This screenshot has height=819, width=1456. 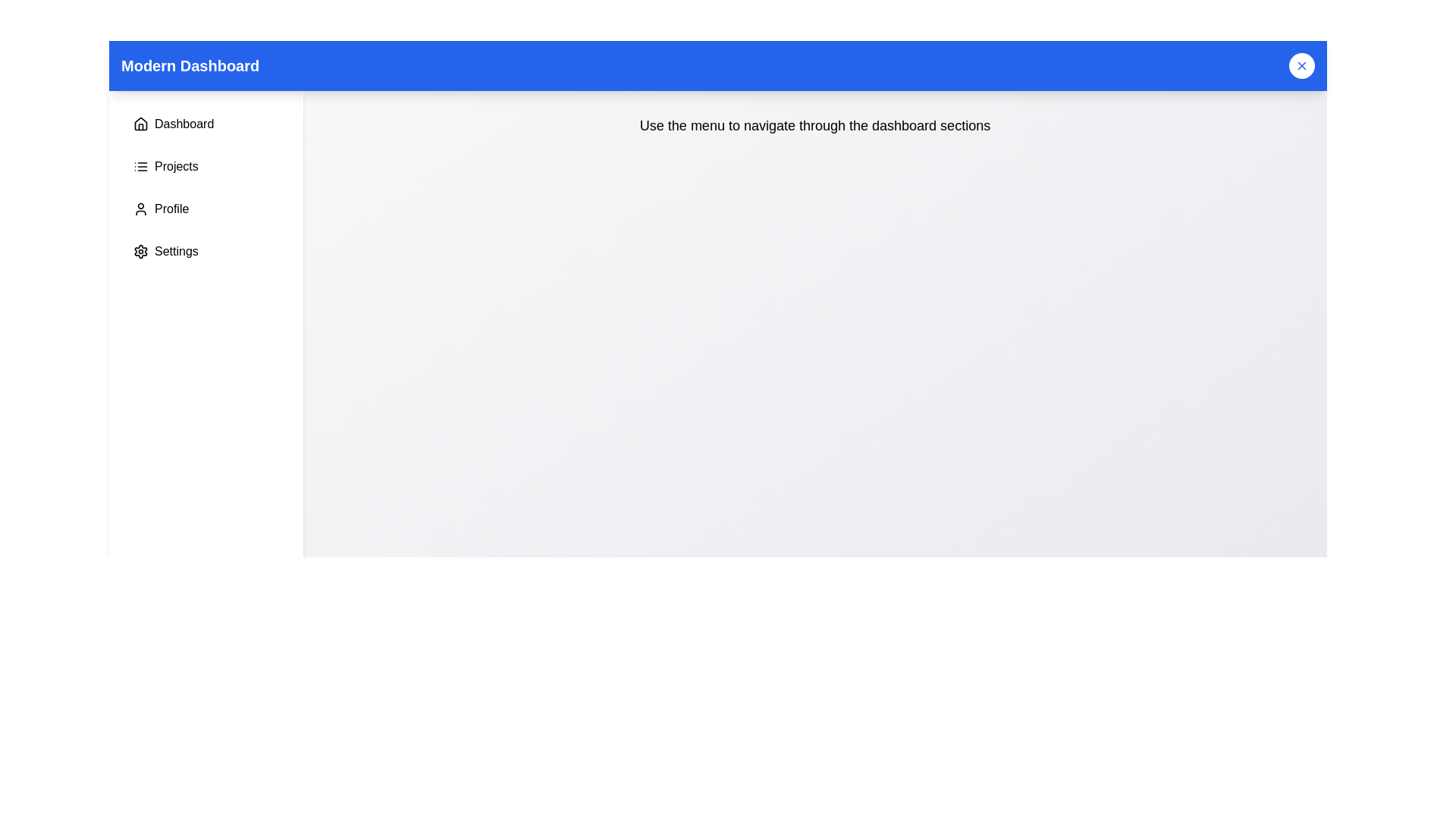 What do you see at coordinates (1301, 65) in the screenshot?
I see `the 'X' icon contained within the circular button in the top-right corner of the interface` at bounding box center [1301, 65].